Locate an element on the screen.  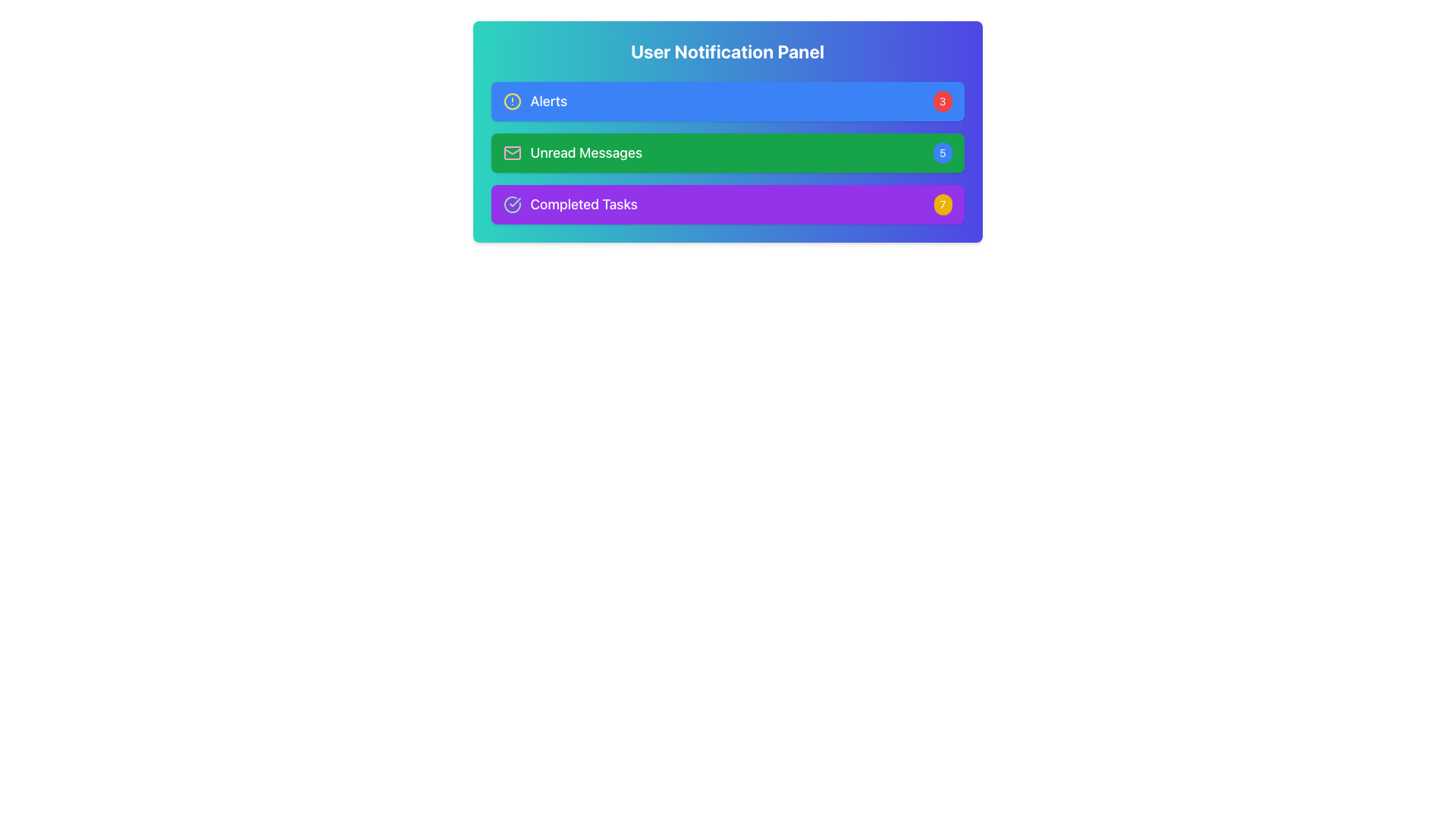
the appearance of the circular green checkmark icon located immediately to the left of the 'Completed Tasks' text is located at coordinates (512, 205).